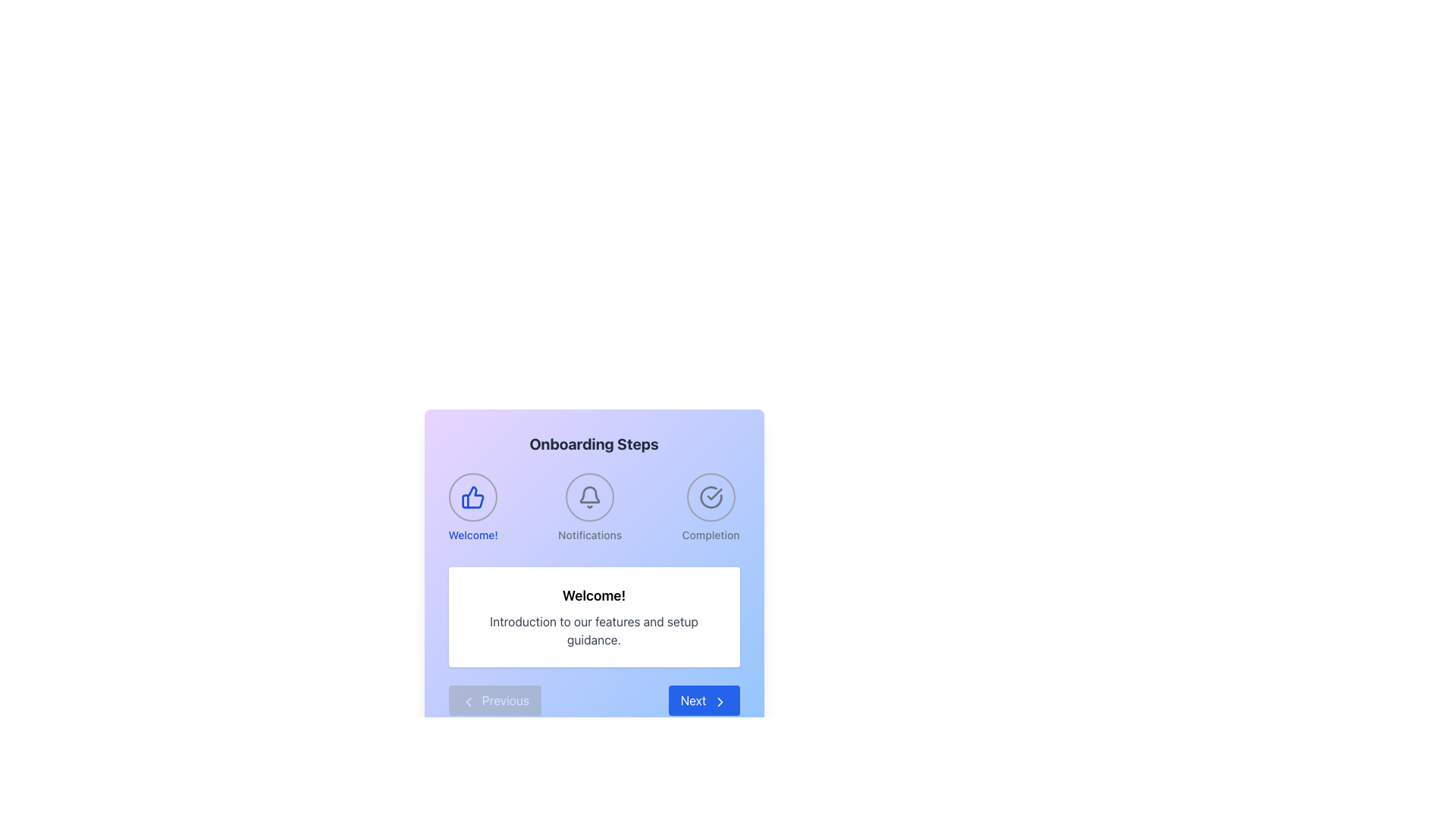  I want to click on the text label that provides context about the 'Completion' step, positioned at the bottom-right corner beneath the checkmark icon, so click(710, 534).